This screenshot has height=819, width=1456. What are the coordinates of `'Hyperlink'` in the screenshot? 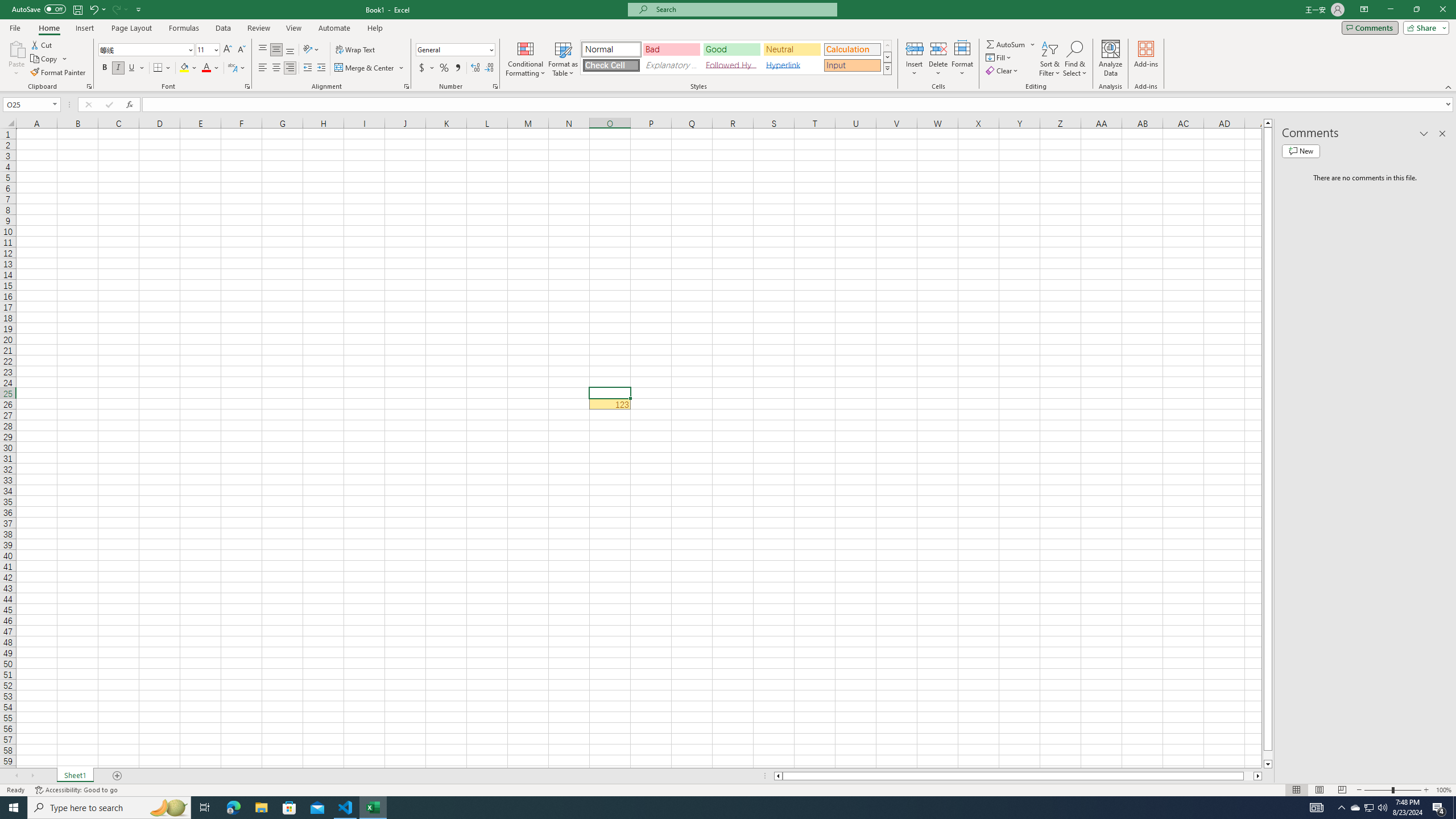 It's located at (791, 65).